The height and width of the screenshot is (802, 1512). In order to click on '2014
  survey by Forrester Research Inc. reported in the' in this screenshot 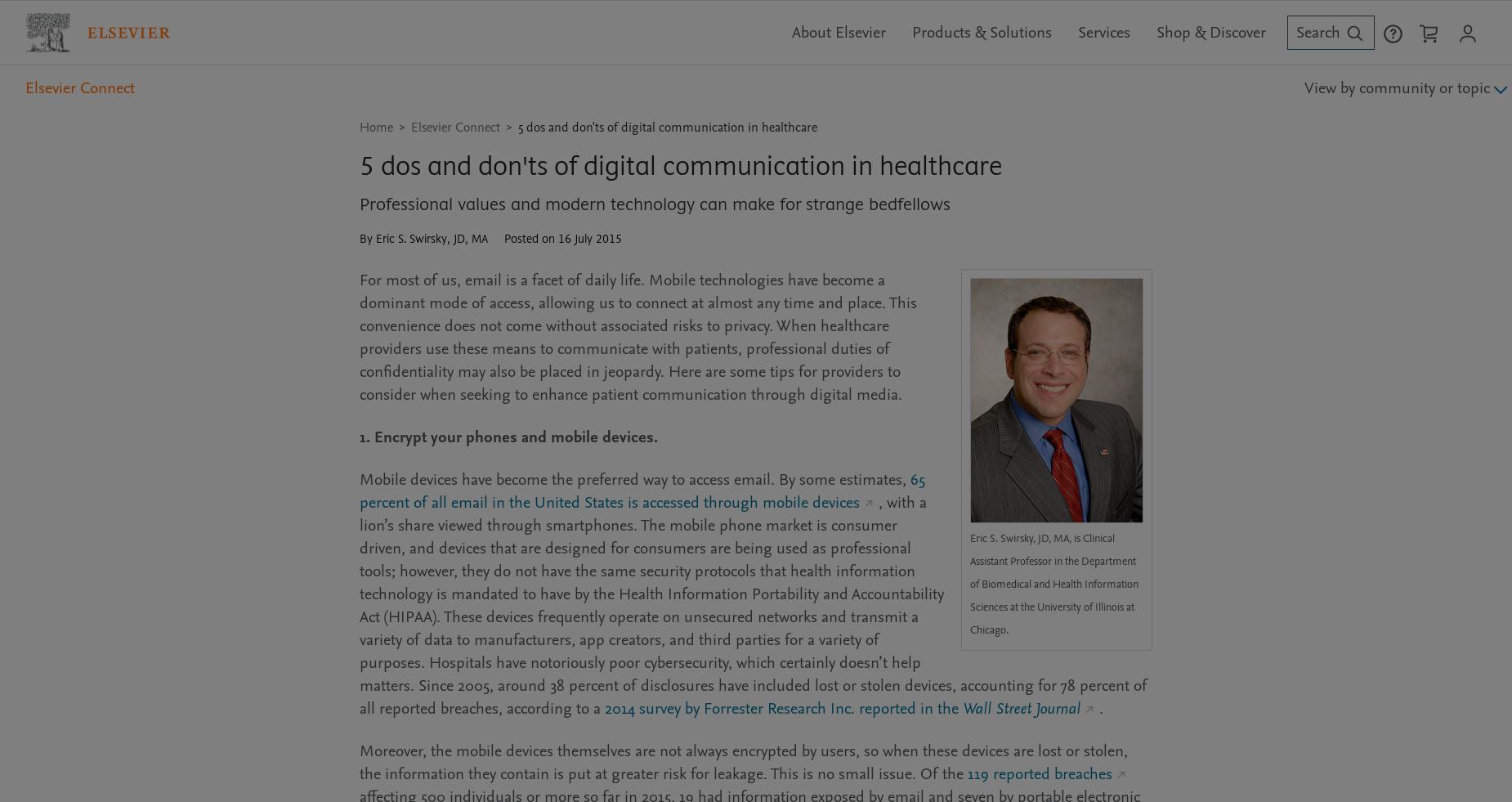, I will do `click(783, 708)`.